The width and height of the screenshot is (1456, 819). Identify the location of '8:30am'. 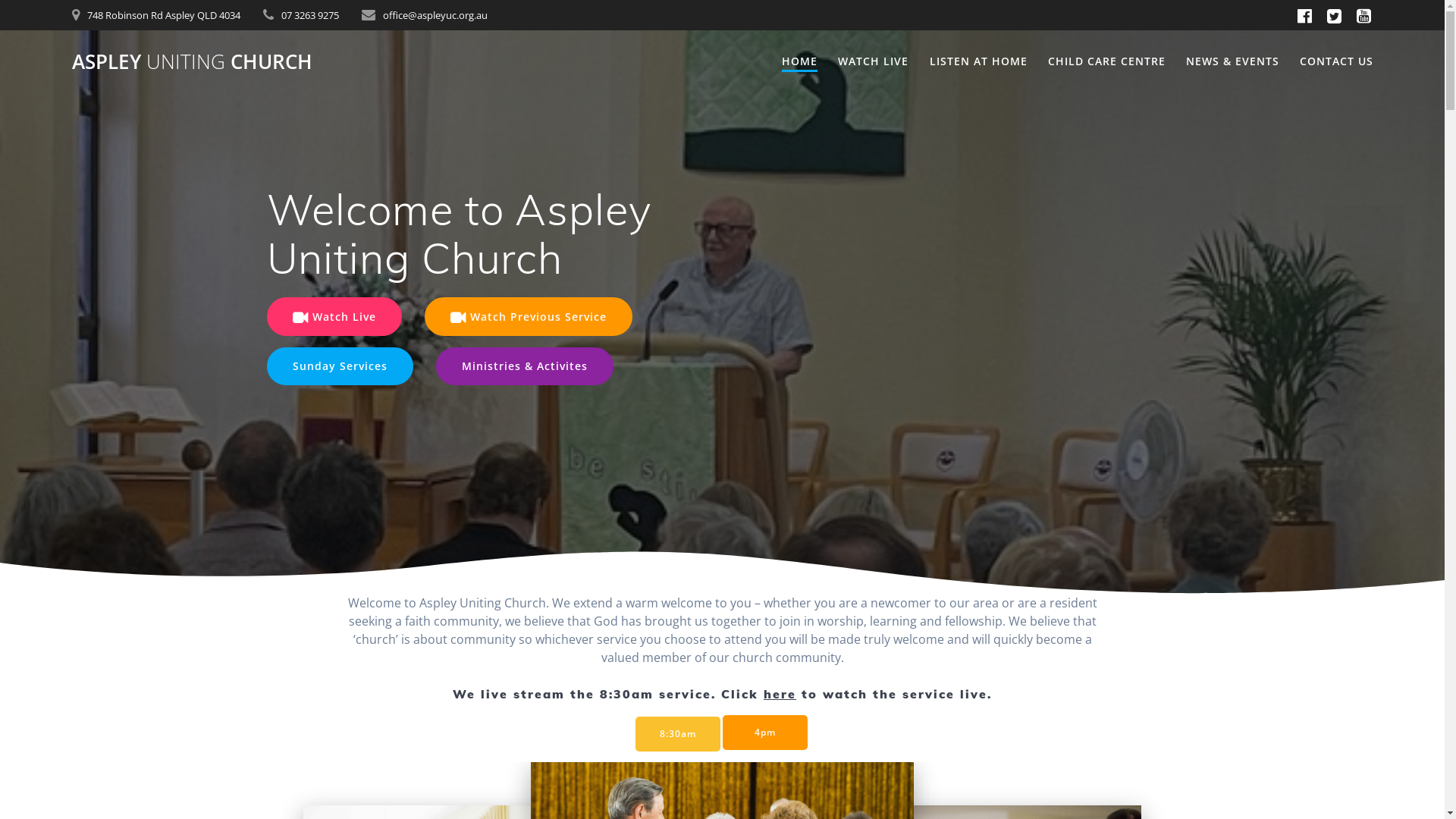
(676, 733).